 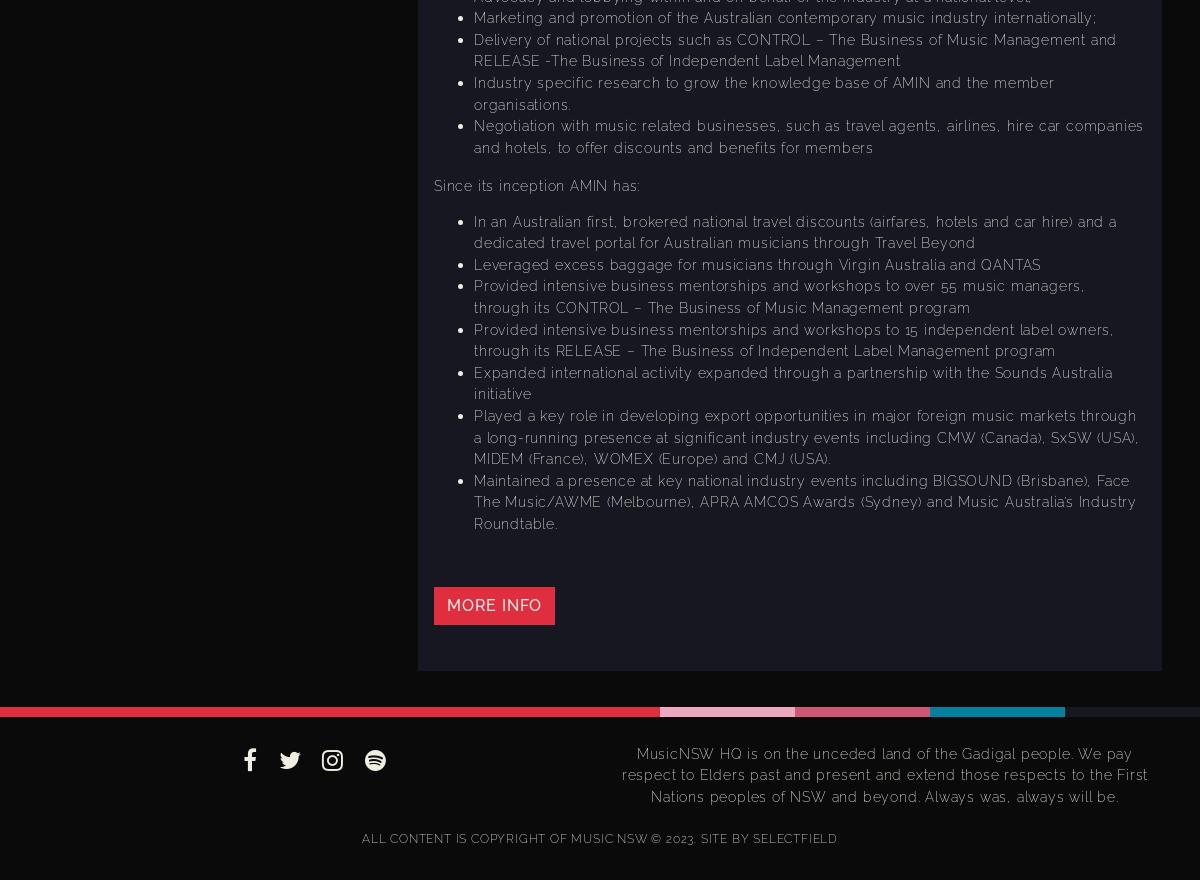 I want to click on 'Delivery of national projects such as CONTROL – The Business of Music Management and RELEASE -The Business of Independent Label Management', so click(x=794, y=49).